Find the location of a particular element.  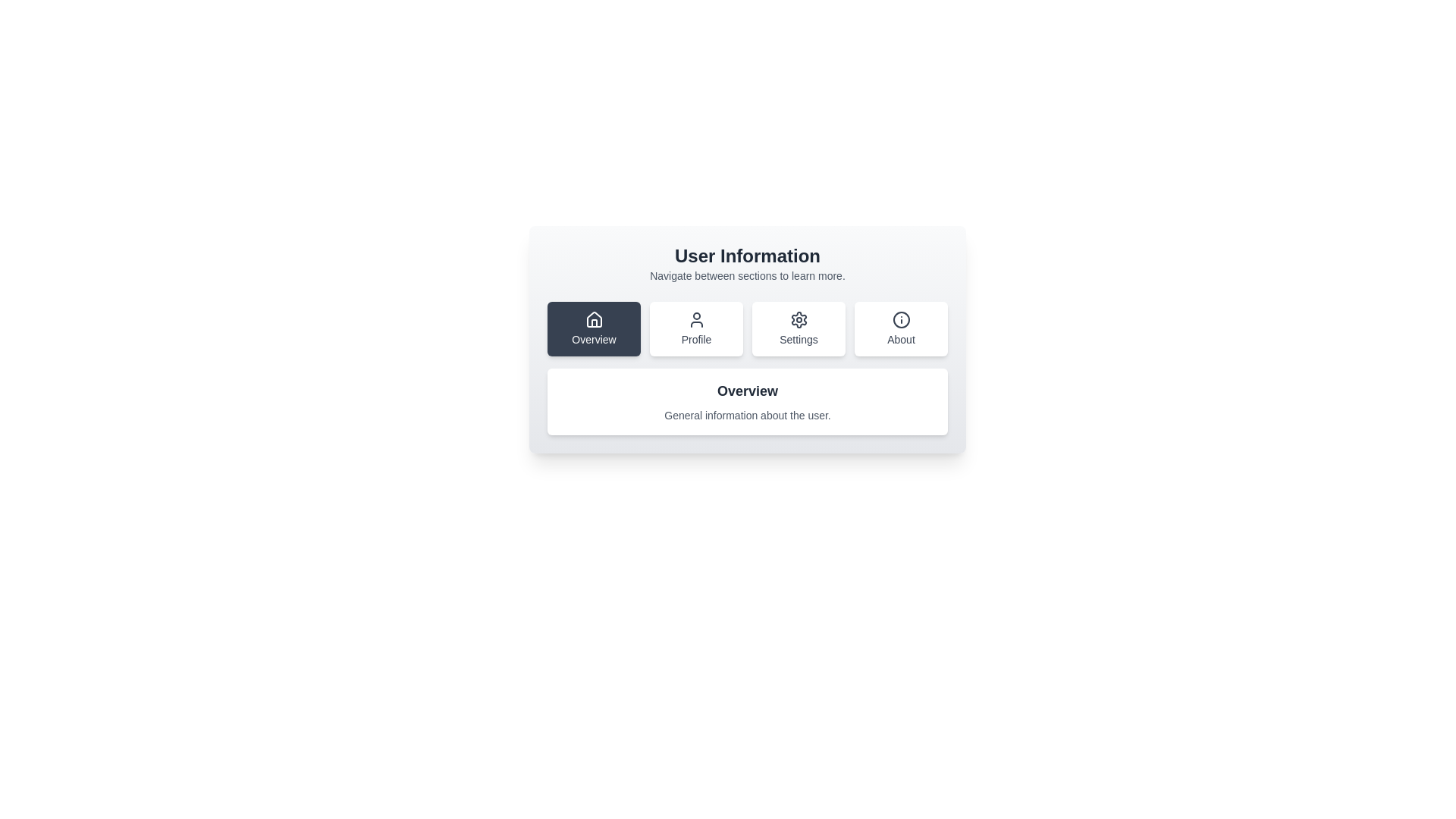

the descriptive Text label located below the 'Overview' text in the card layout is located at coordinates (747, 415).